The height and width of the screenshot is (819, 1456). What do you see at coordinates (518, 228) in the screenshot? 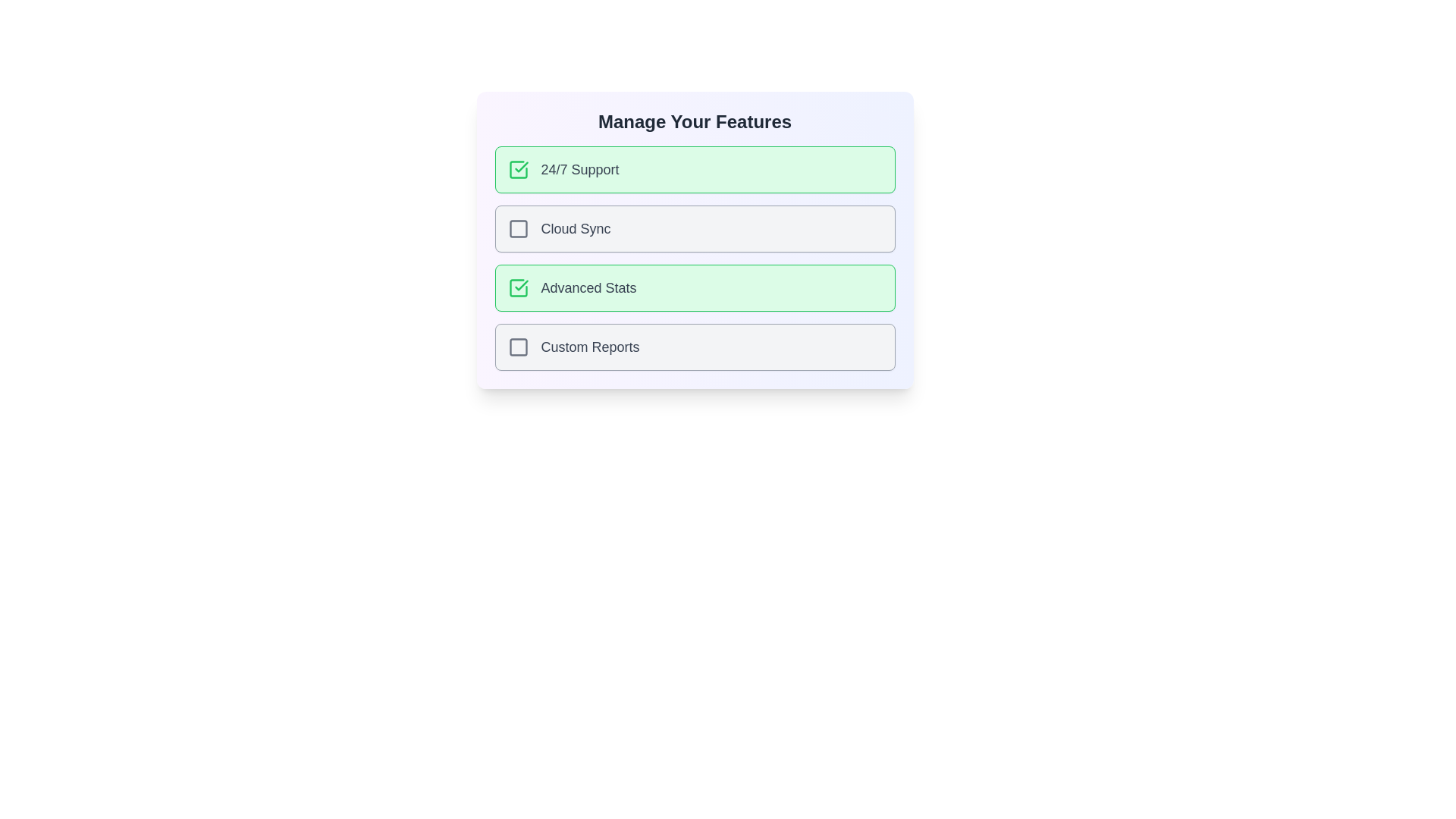
I see `the State indicator or toggle control, which is a small rectangle with rounded corners located inside a square, associated with the 'Cloud Sync' text` at bounding box center [518, 228].